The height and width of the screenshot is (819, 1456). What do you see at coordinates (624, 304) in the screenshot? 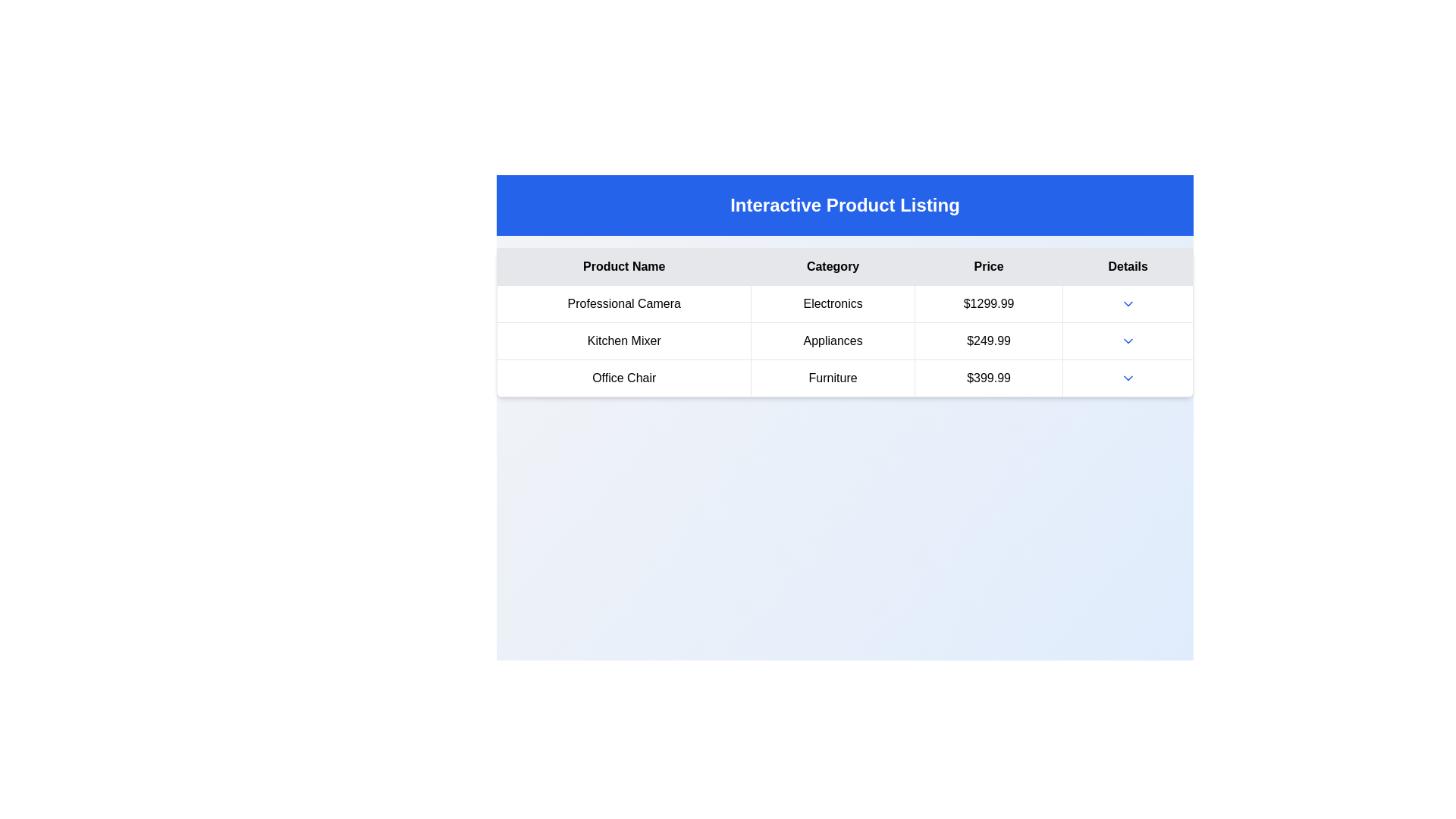
I see `the Text label displaying the product name in the product listing, located under the 'Product Name' column and to the left of 'Electronics'` at bounding box center [624, 304].